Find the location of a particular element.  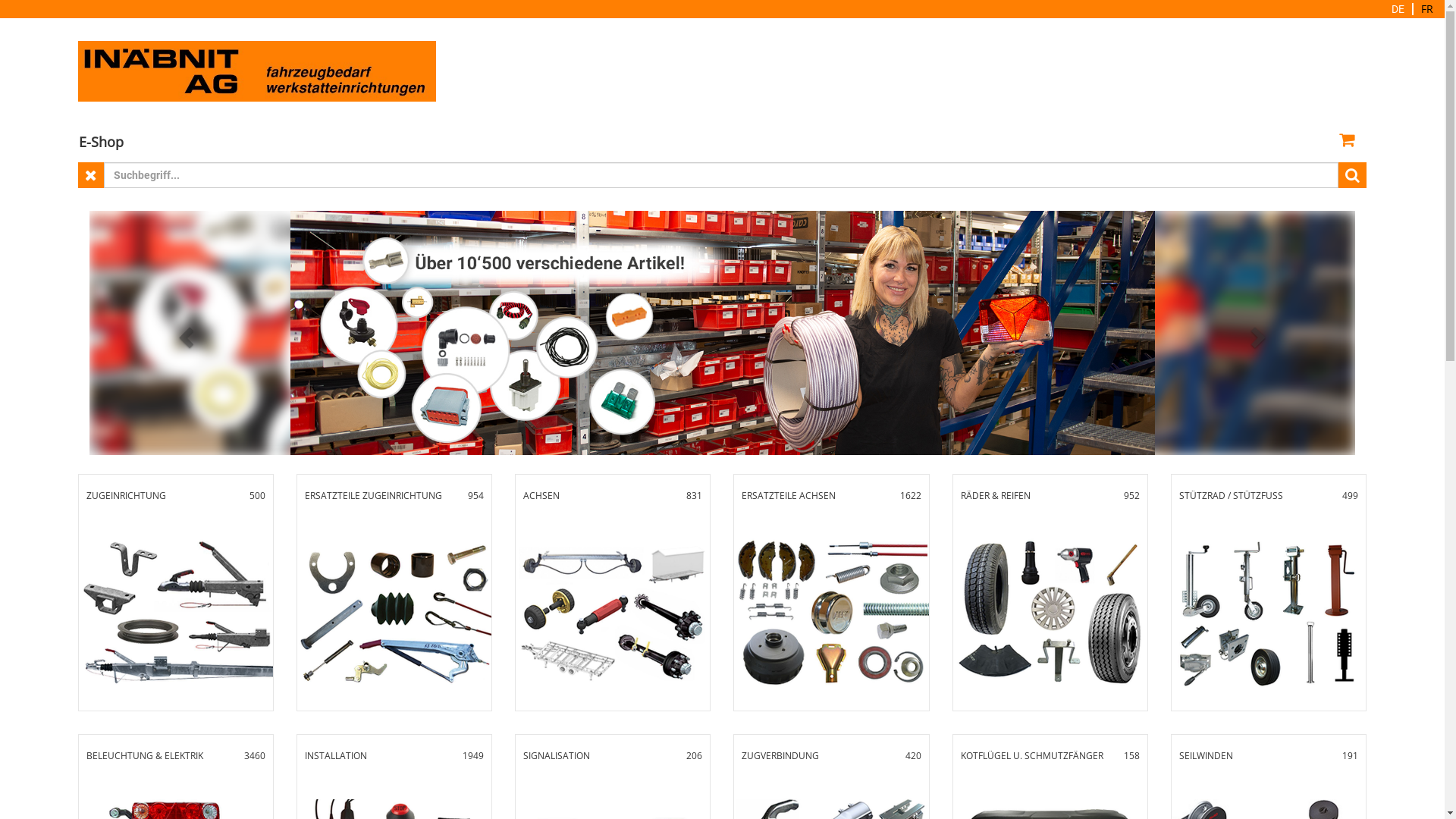

'FR' is located at coordinates (1426, 8).